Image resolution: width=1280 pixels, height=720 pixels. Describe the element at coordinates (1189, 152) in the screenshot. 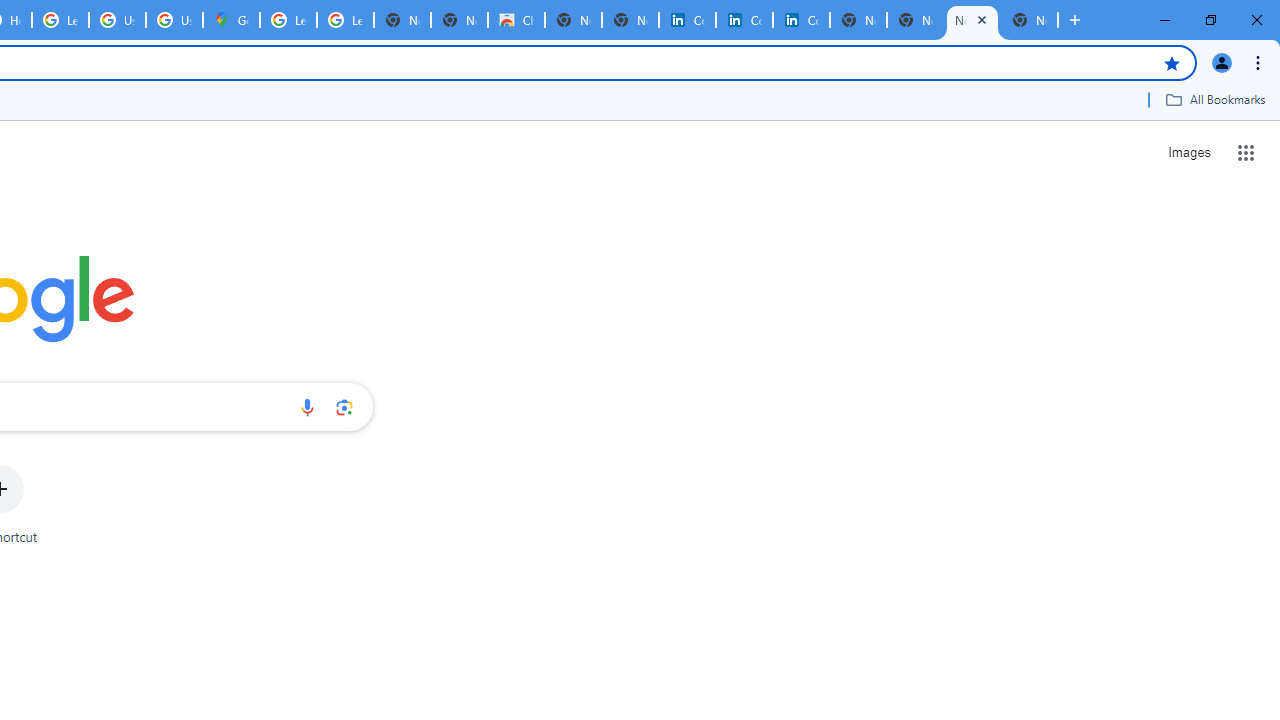

I see `'Search for Images '` at that location.